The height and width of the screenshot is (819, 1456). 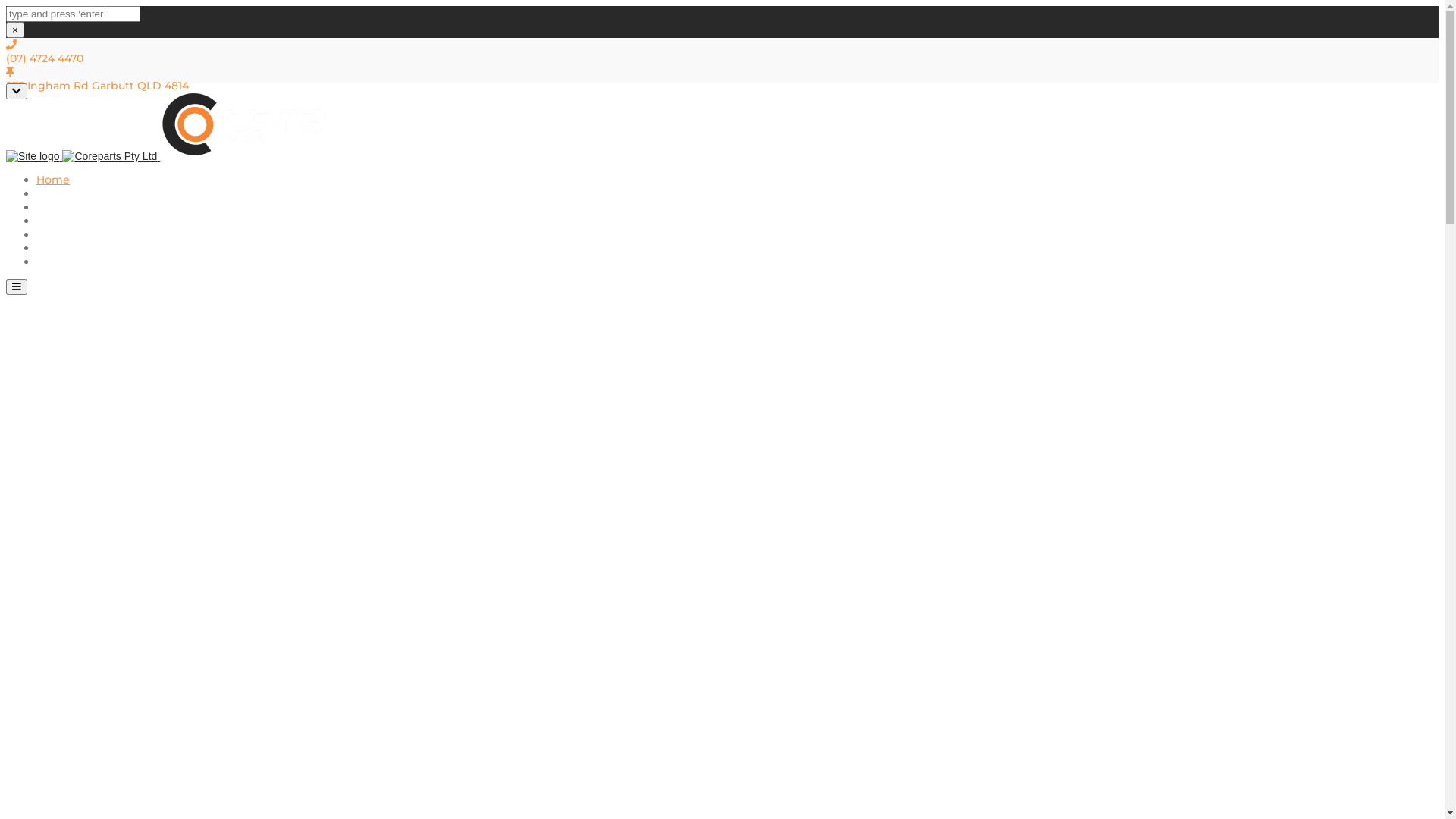 I want to click on 'Caliper Rebuilds', so click(x=80, y=192).